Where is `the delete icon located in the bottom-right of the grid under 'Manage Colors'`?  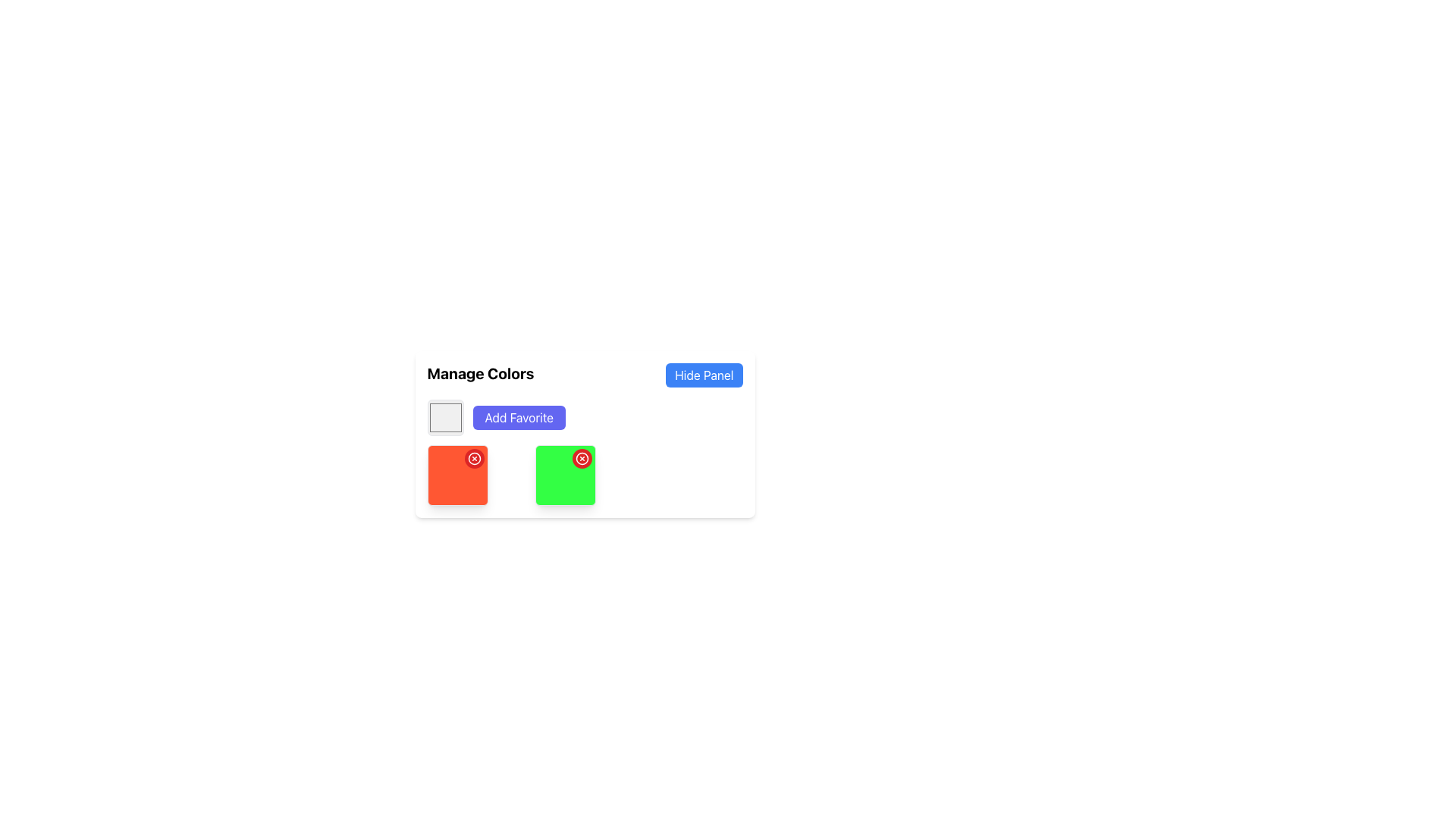 the delete icon located in the bottom-right of the grid under 'Manage Colors' is located at coordinates (473, 458).